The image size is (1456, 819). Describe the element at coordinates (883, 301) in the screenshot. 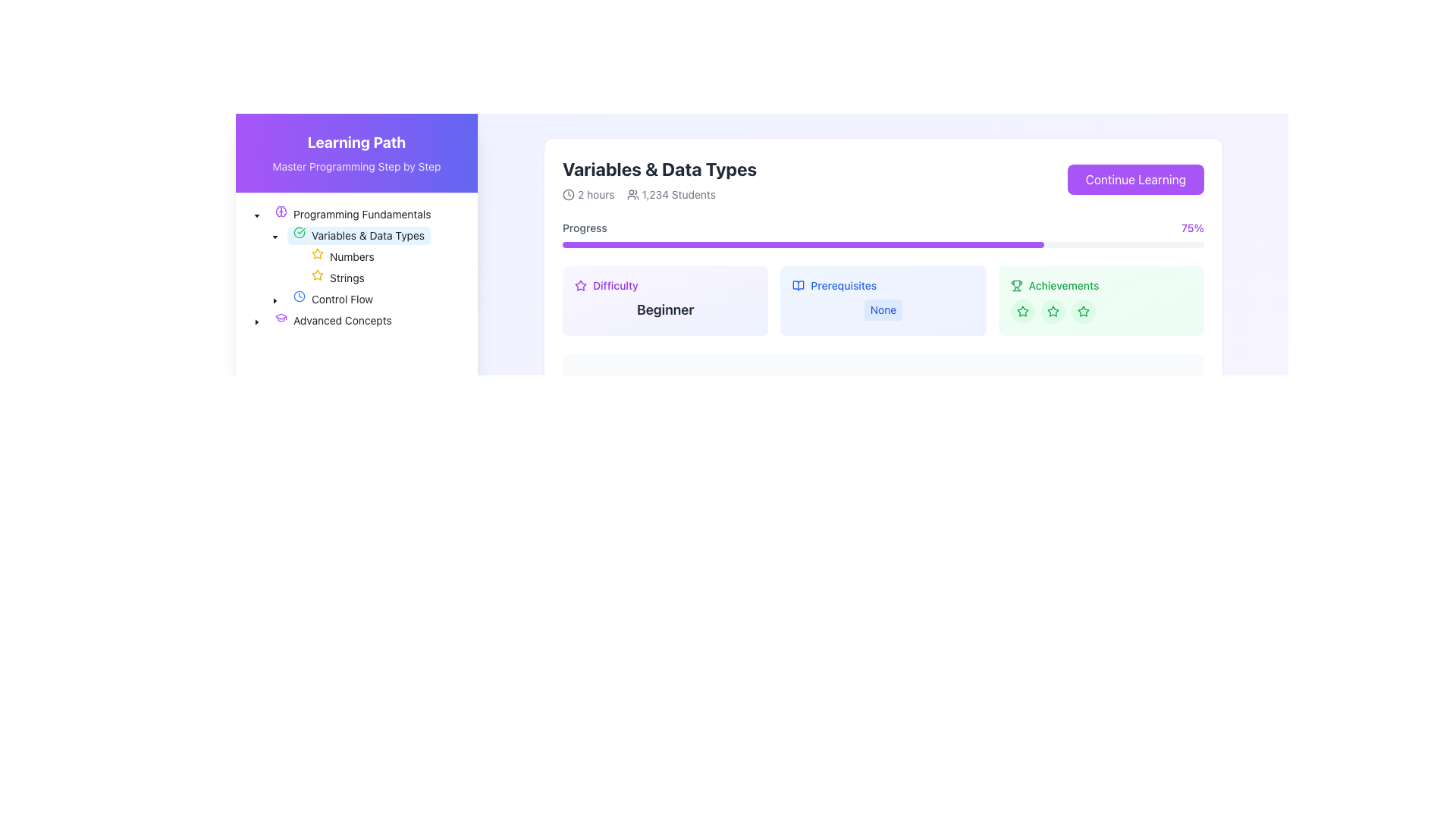

I see `the 'Prerequisites' informational display label, which is located in the central area of a three-column grid and contains the heading 'Prerequisites' followed by the label 'None' in a light blue rounded box` at that location.